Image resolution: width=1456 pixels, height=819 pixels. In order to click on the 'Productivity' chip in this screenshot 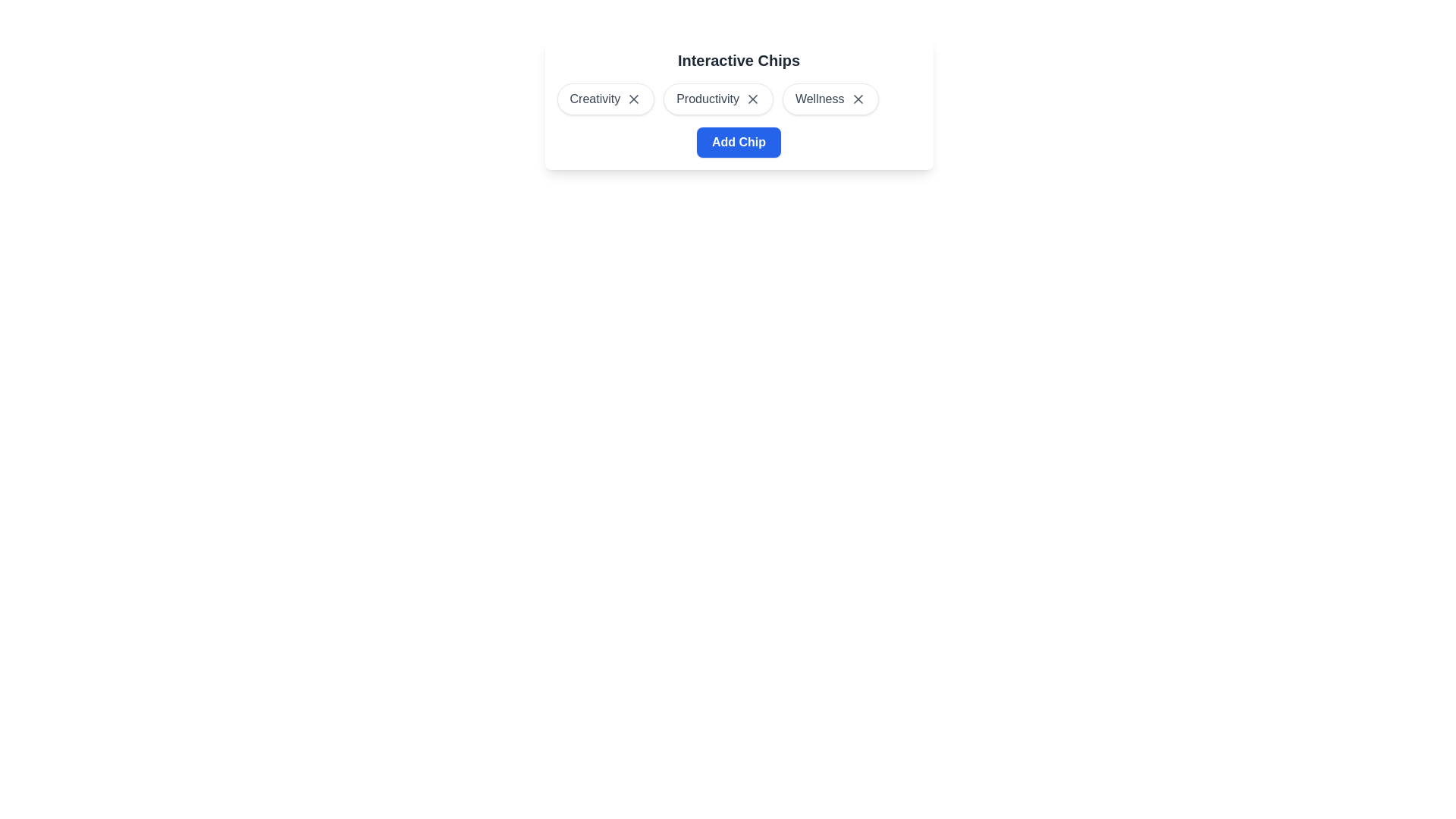, I will do `click(739, 103)`.